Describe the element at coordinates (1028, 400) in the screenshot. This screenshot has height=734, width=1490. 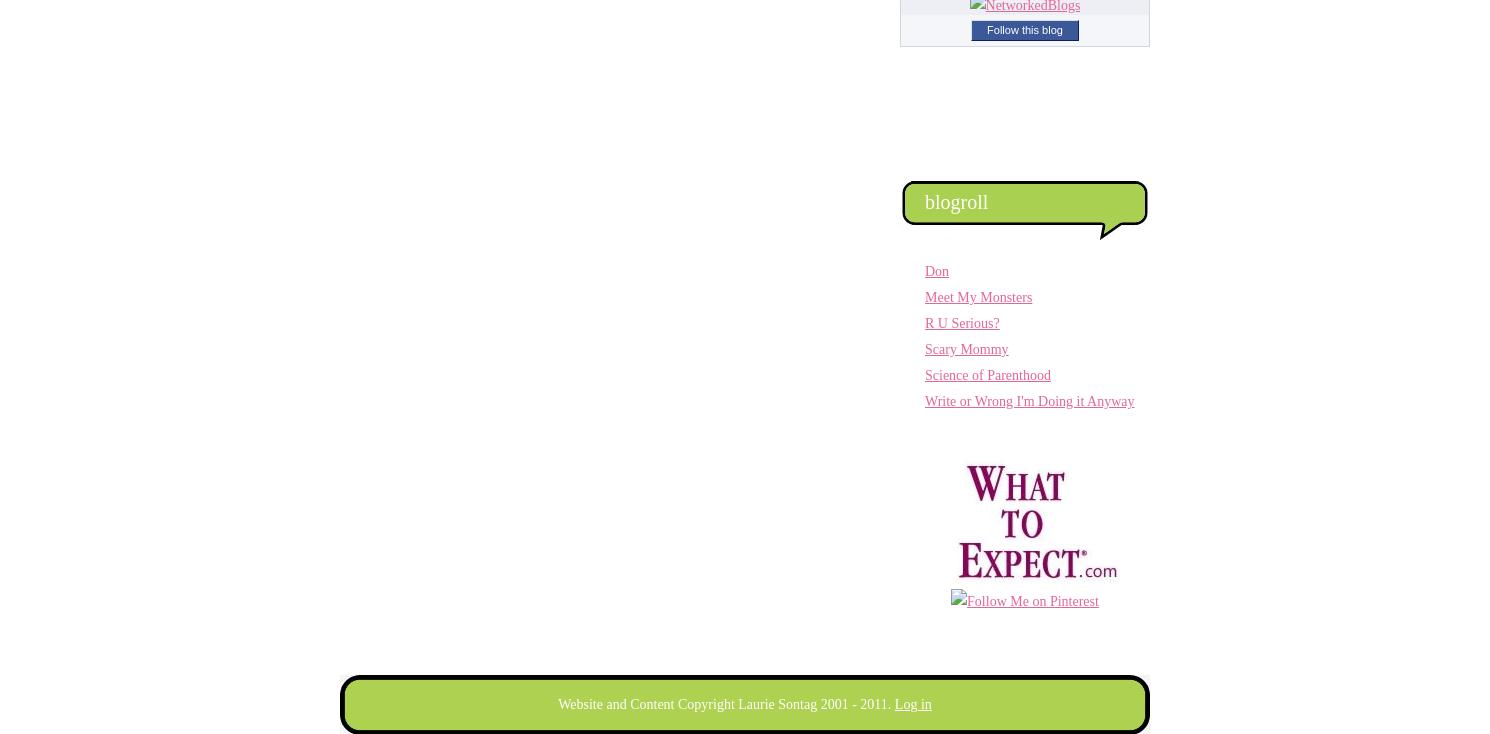
I see `'Write or Wrong I'm Doing it Anyway'` at that location.